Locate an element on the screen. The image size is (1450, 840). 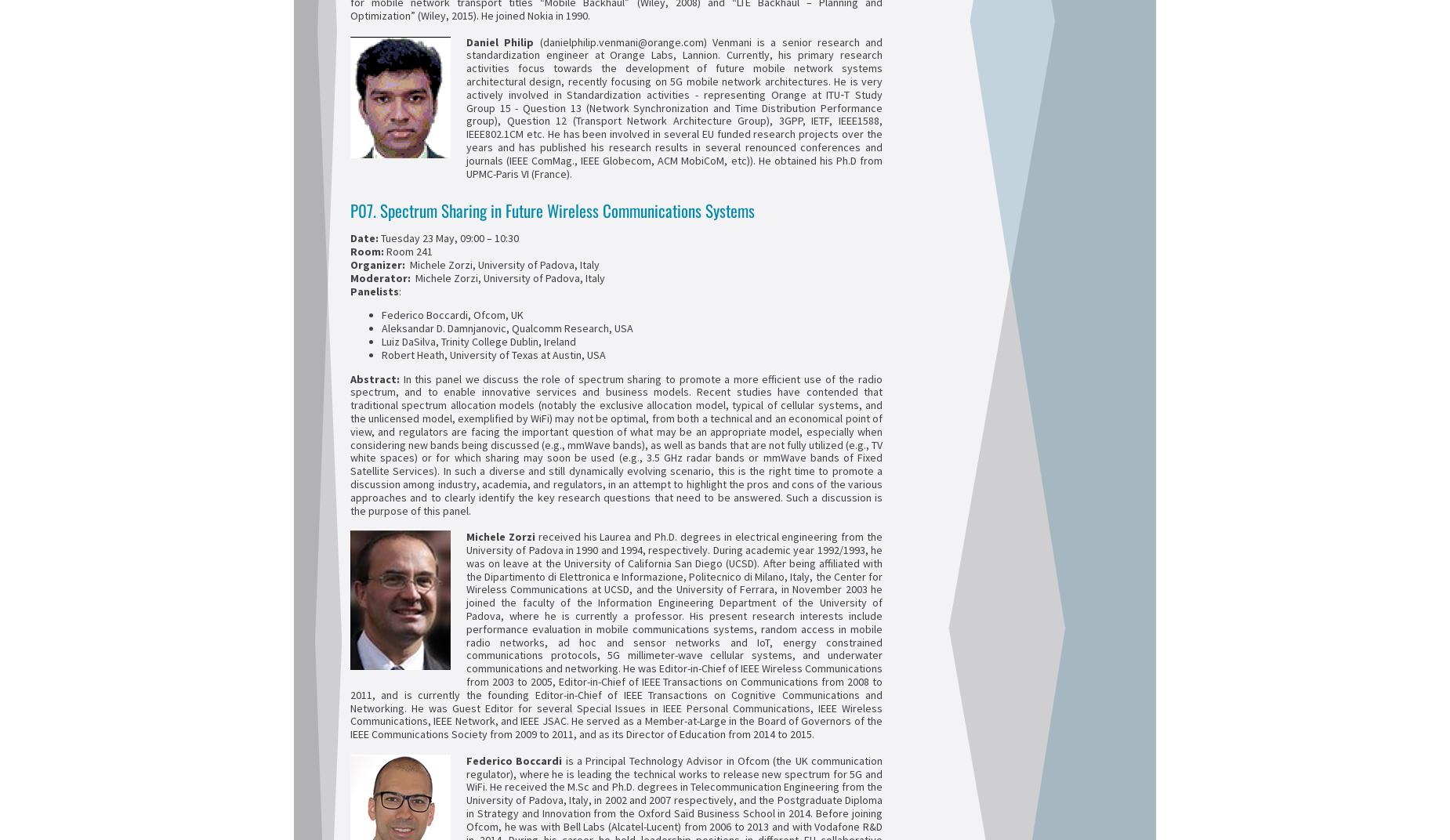
'P07. Spectrum Sharing in Future Wireless Communications Systems' is located at coordinates (553, 209).